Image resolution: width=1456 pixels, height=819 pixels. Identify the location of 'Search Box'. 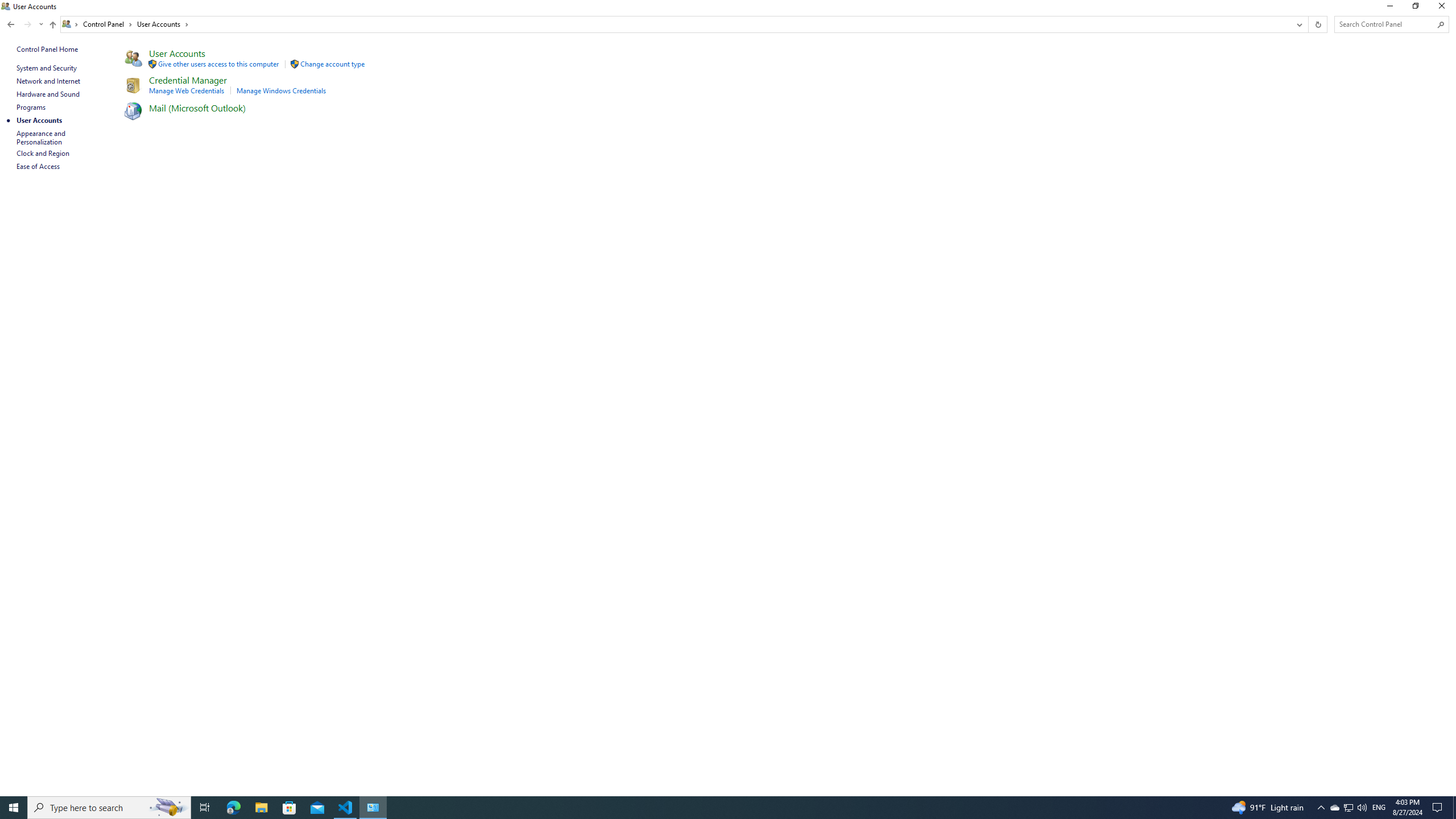
(1386, 24).